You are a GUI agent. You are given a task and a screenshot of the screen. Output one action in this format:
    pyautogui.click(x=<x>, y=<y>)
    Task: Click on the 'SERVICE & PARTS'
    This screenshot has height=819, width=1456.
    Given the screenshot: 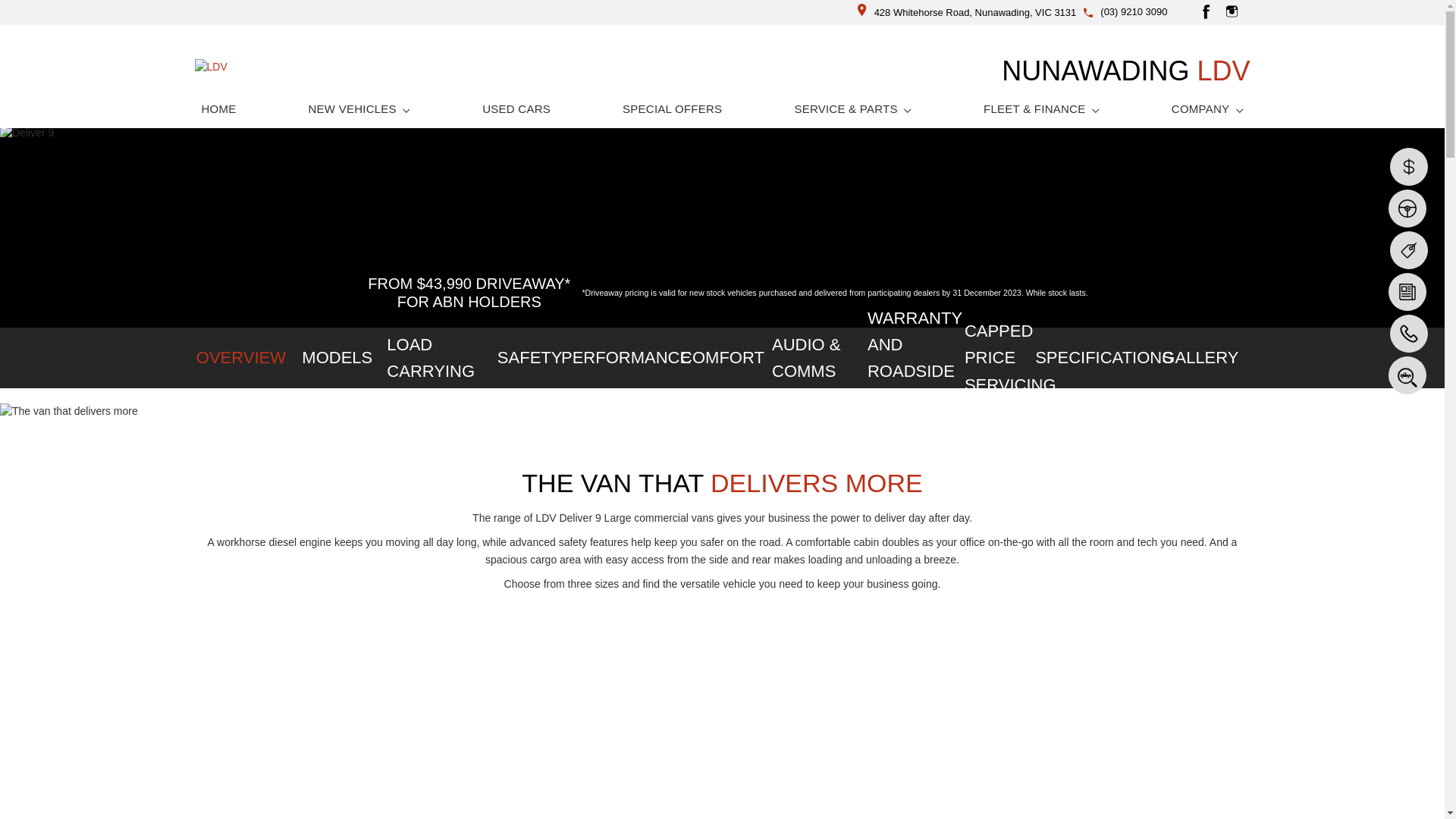 What is the action you would take?
    pyautogui.click(x=852, y=108)
    